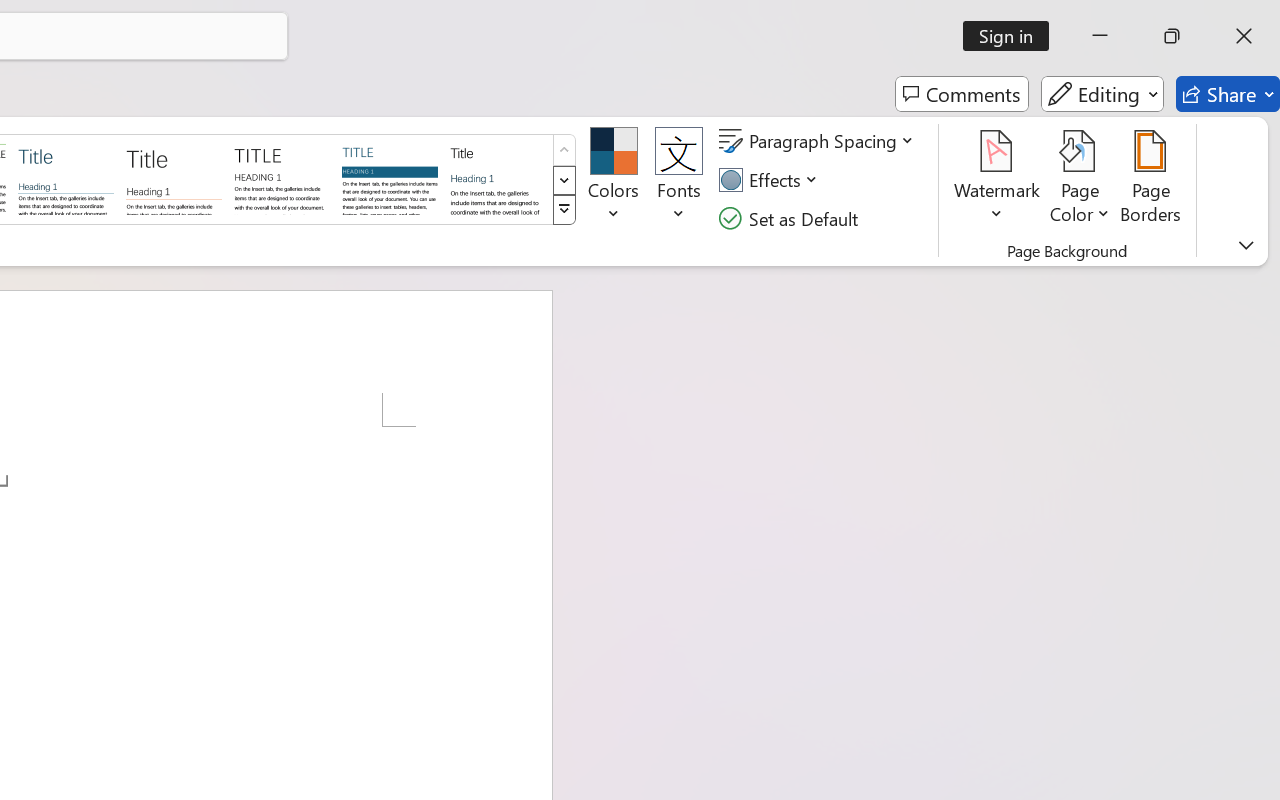 The height and width of the screenshot is (800, 1280). Describe the element at coordinates (790, 218) in the screenshot. I see `'Set as Default'` at that location.